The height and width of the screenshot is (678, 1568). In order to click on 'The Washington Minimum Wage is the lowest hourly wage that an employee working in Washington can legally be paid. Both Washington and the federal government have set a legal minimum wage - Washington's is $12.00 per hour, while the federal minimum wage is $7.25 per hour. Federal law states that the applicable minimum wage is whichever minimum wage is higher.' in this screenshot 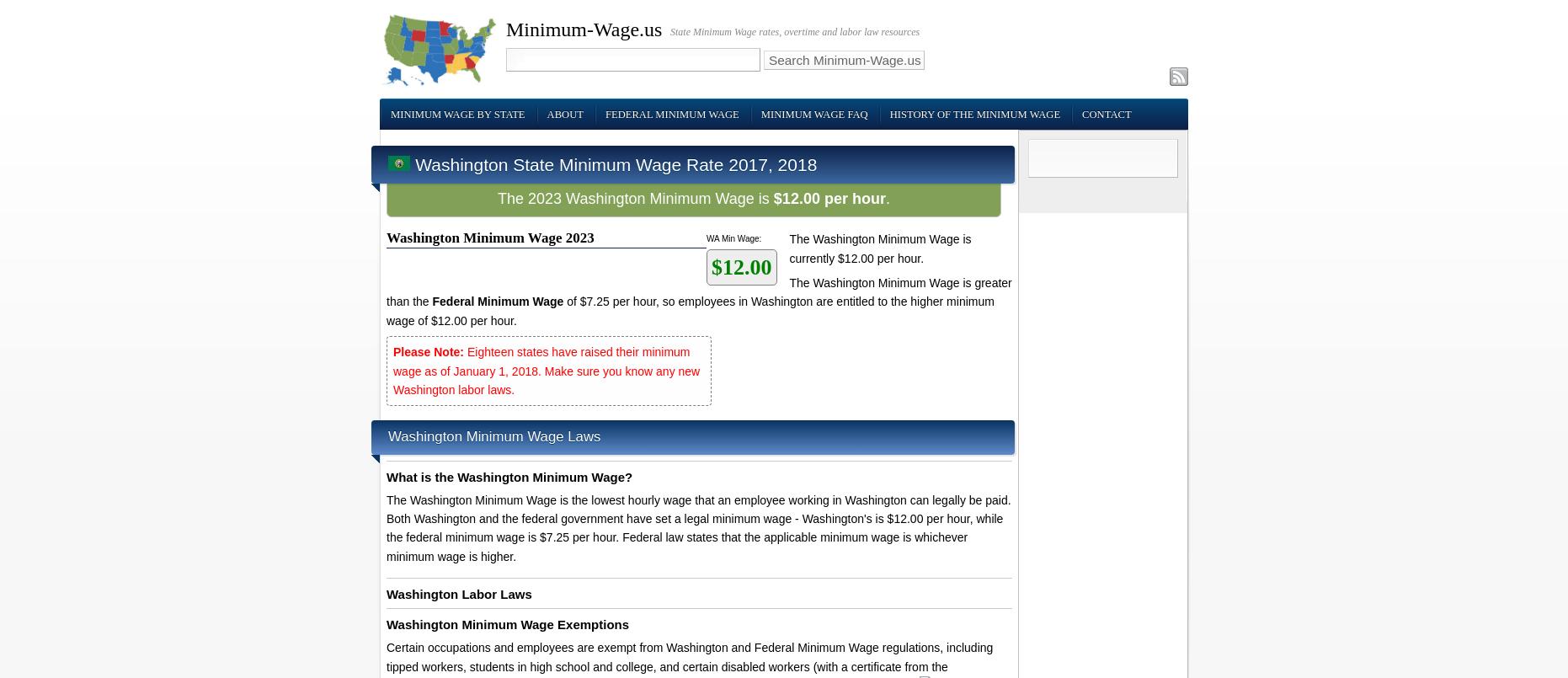, I will do `click(697, 527)`.